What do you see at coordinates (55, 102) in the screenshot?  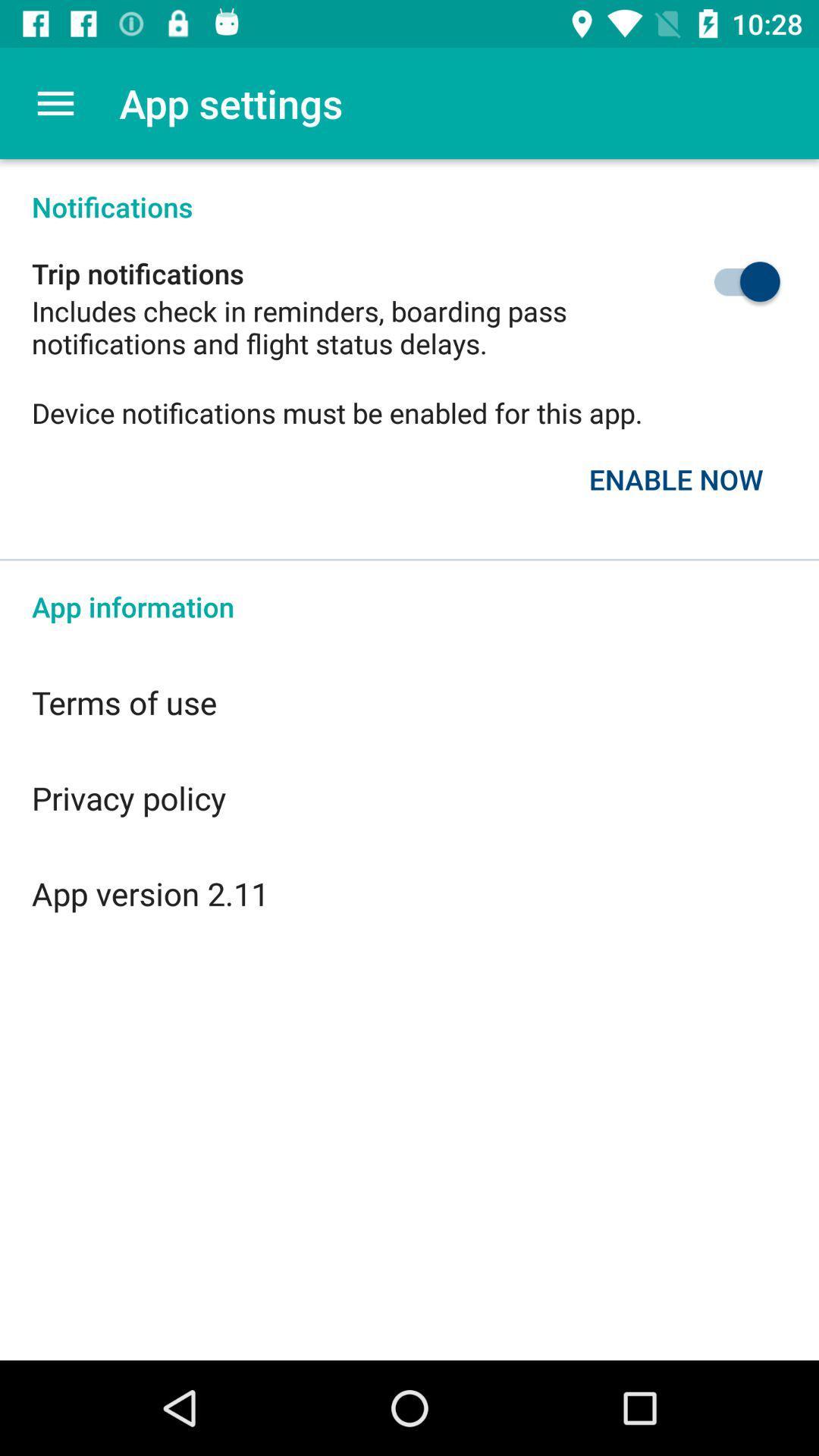 I see `the item above the notifications icon` at bounding box center [55, 102].